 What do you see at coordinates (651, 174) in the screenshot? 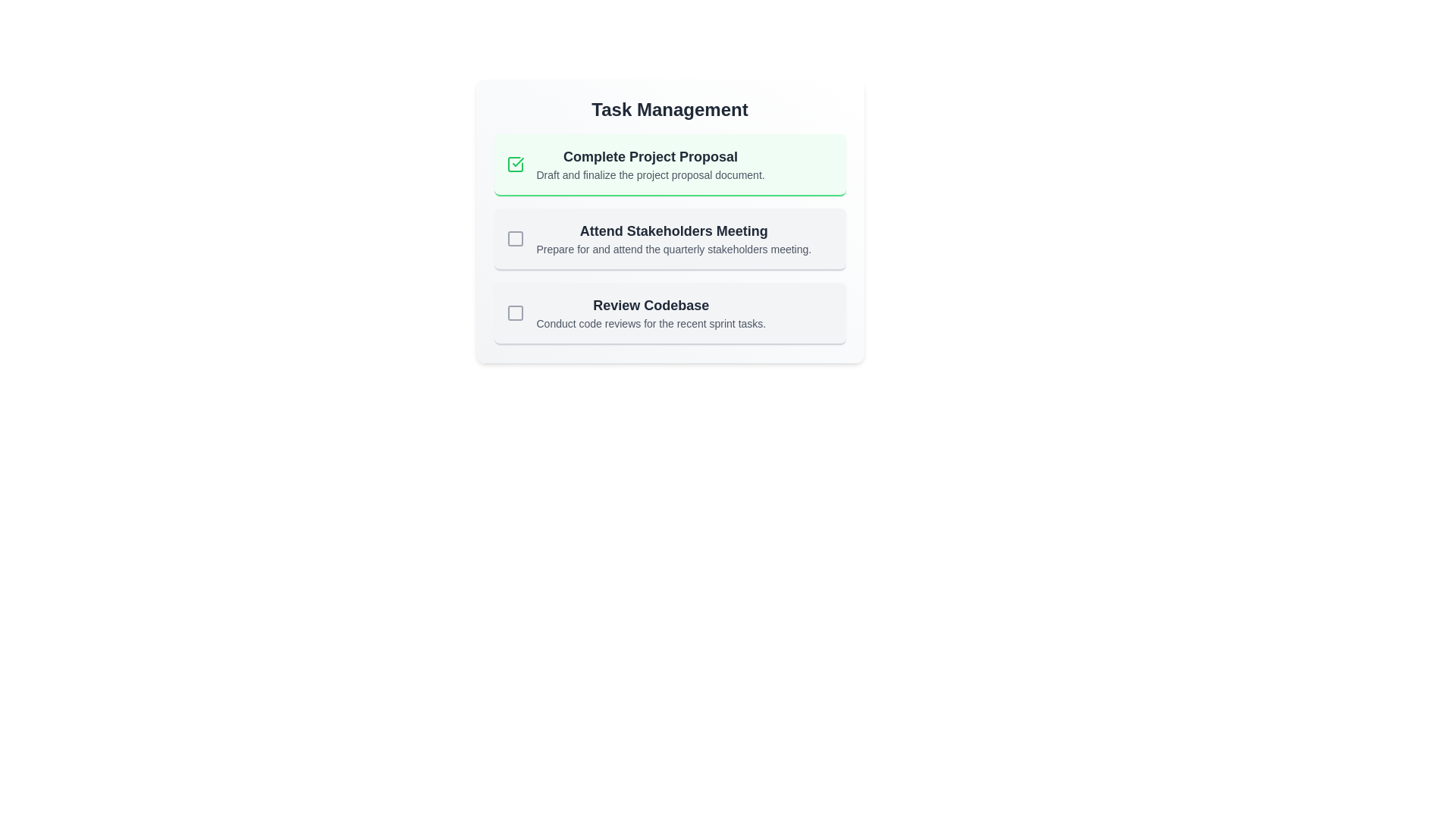
I see `the text label reading 'Draft and finalize the project proposal document.', which is styled in gray and located below the title 'Complete Project Proposal' in the task card layout` at bounding box center [651, 174].